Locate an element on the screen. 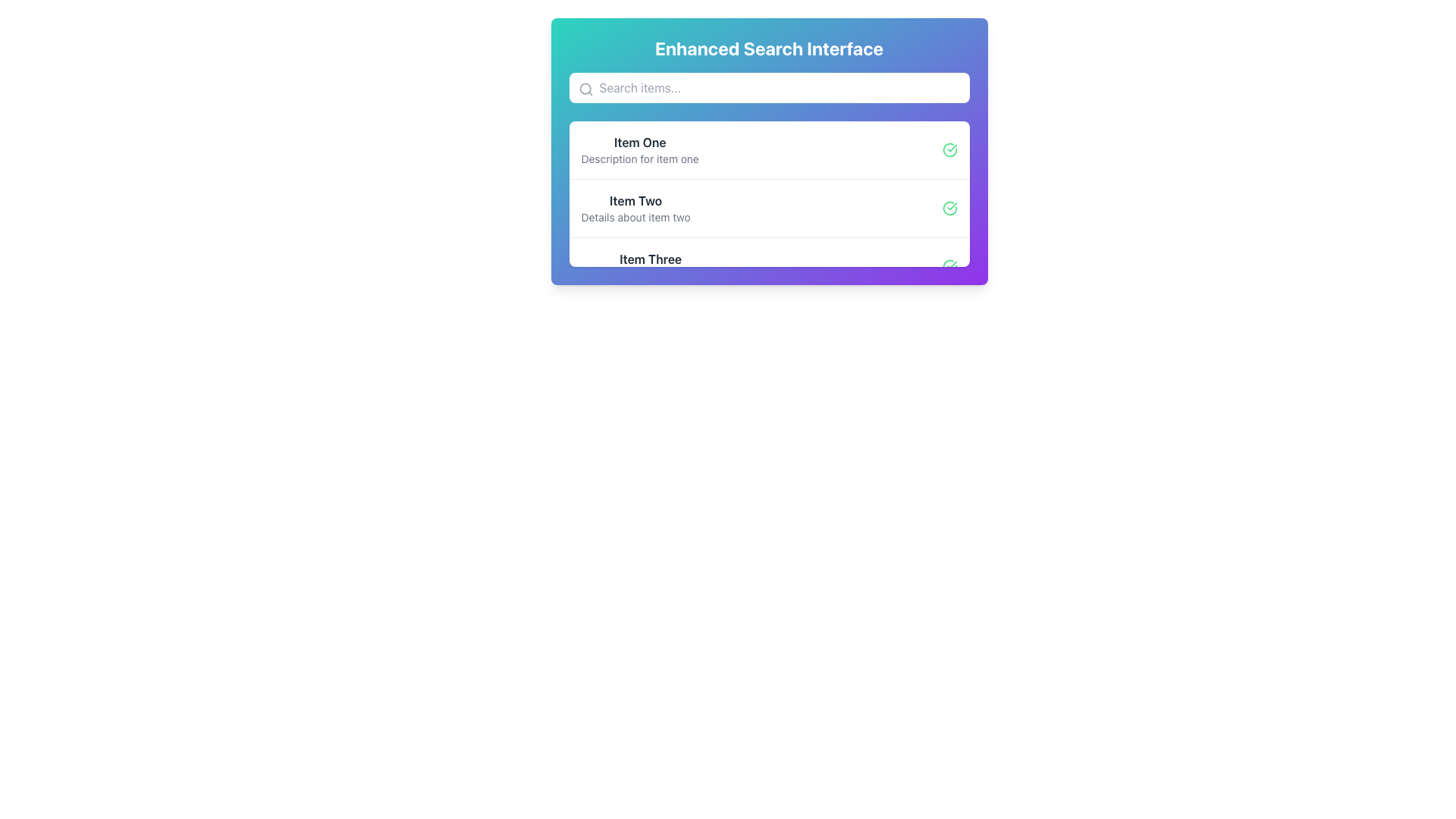 The height and width of the screenshot is (819, 1456). the title text label for the group located above the 'Details about item two' text in the 'Enhanced Search Interface' section is located at coordinates (635, 200).